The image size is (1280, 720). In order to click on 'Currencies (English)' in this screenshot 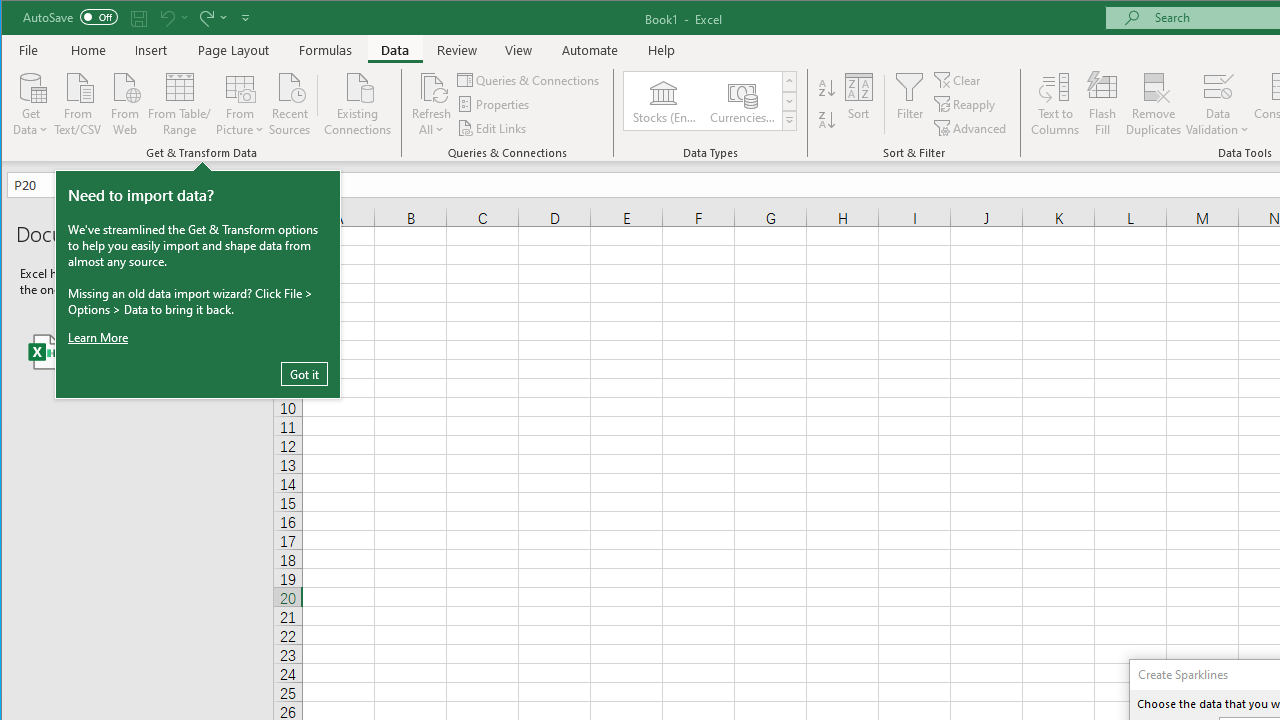, I will do `click(740, 100)`.